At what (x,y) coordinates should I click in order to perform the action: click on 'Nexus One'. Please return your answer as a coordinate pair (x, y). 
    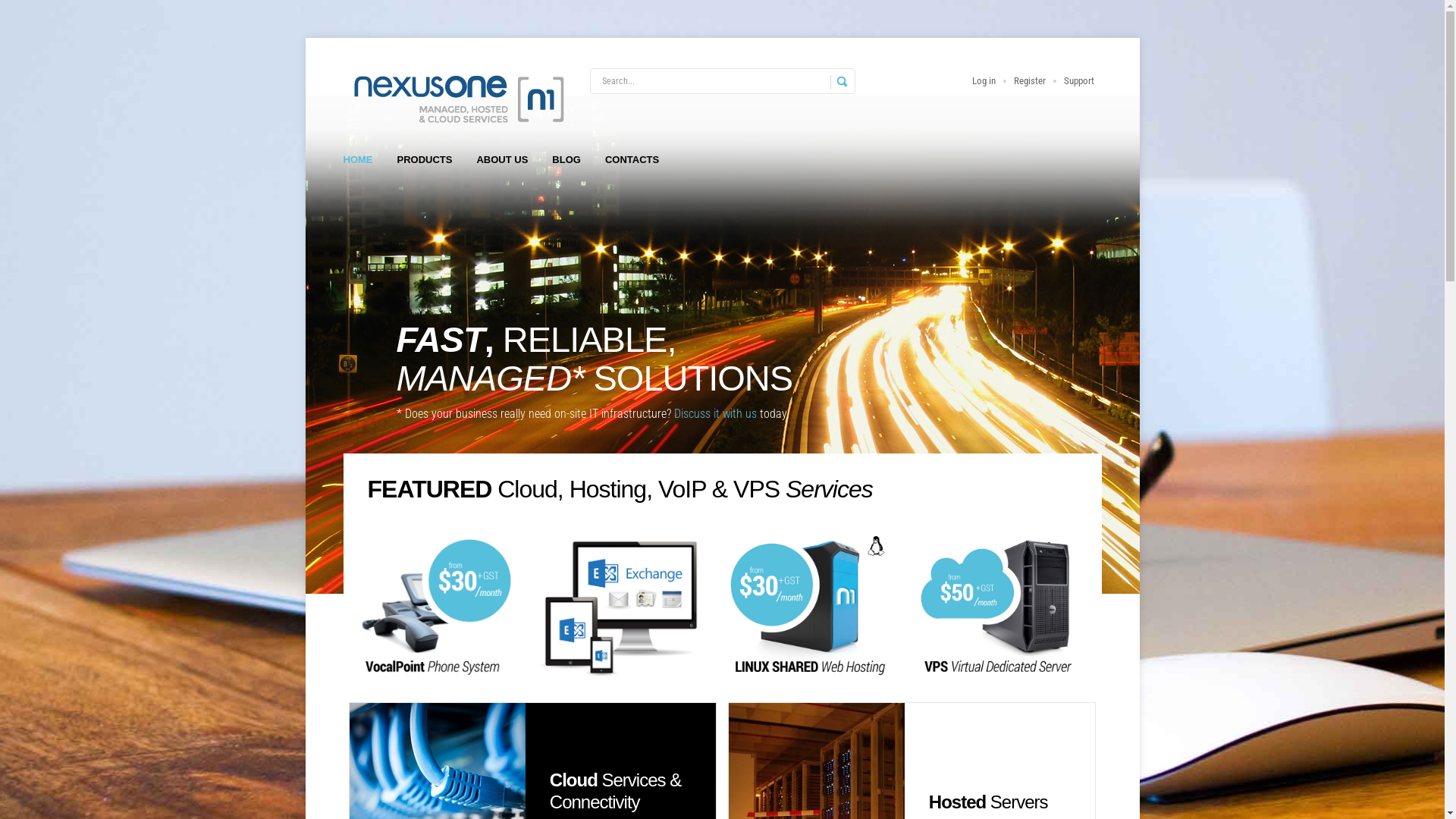
    Looking at the image, I should click on (455, 98).